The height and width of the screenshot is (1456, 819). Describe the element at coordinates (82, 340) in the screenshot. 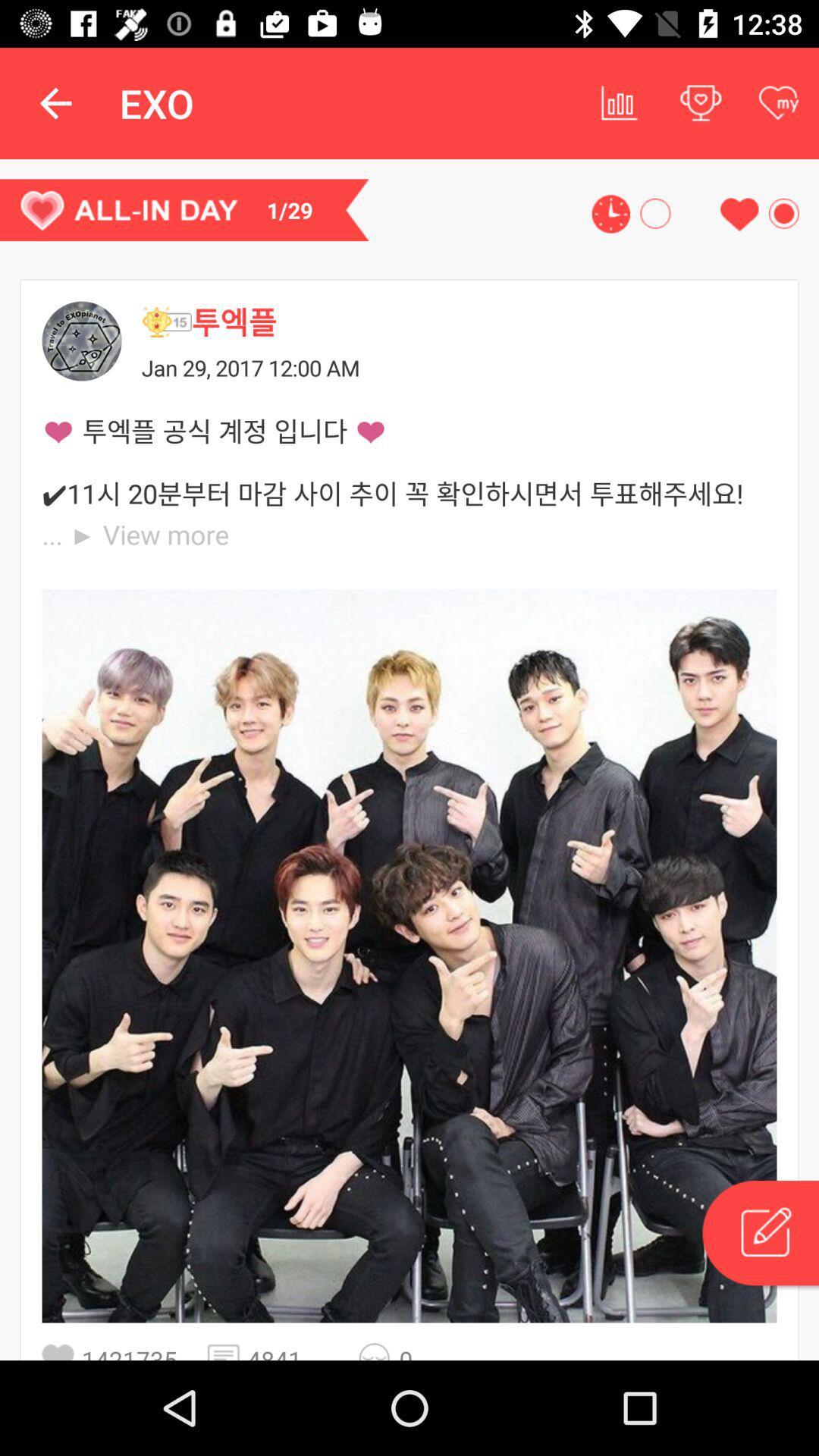

I see `go back` at that location.